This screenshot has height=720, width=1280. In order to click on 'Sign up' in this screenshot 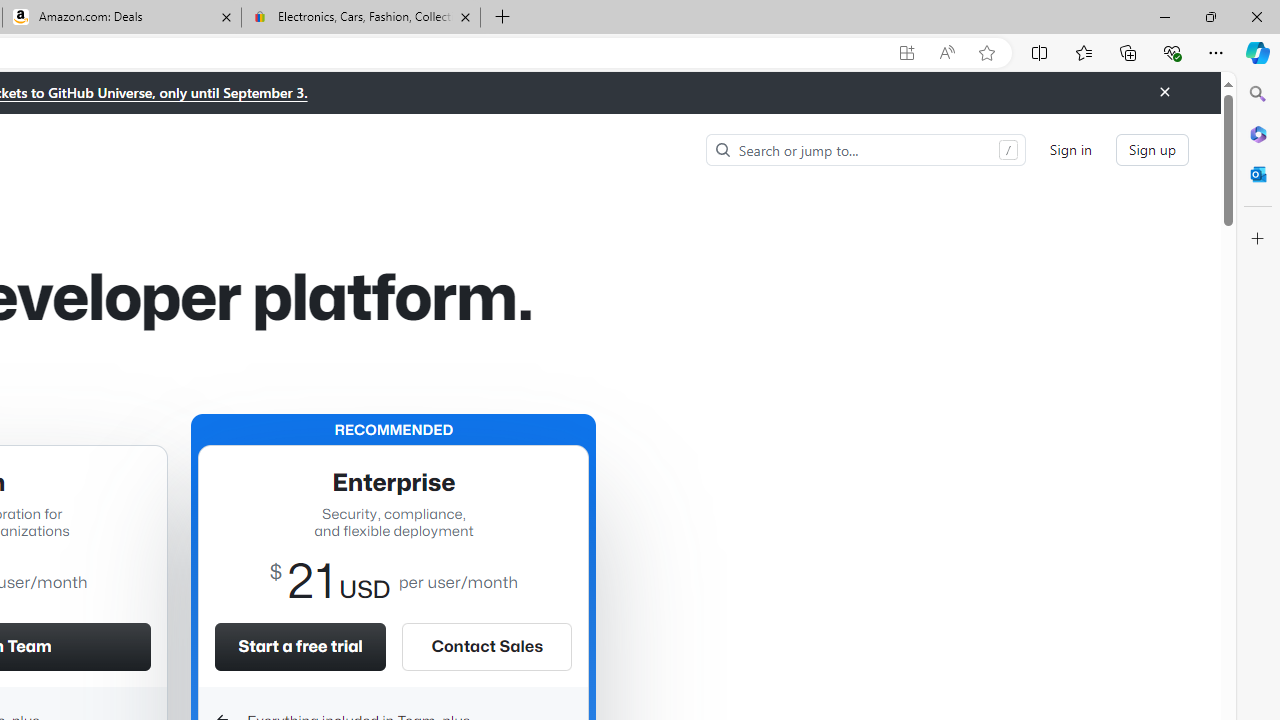, I will do `click(1152, 148)`.